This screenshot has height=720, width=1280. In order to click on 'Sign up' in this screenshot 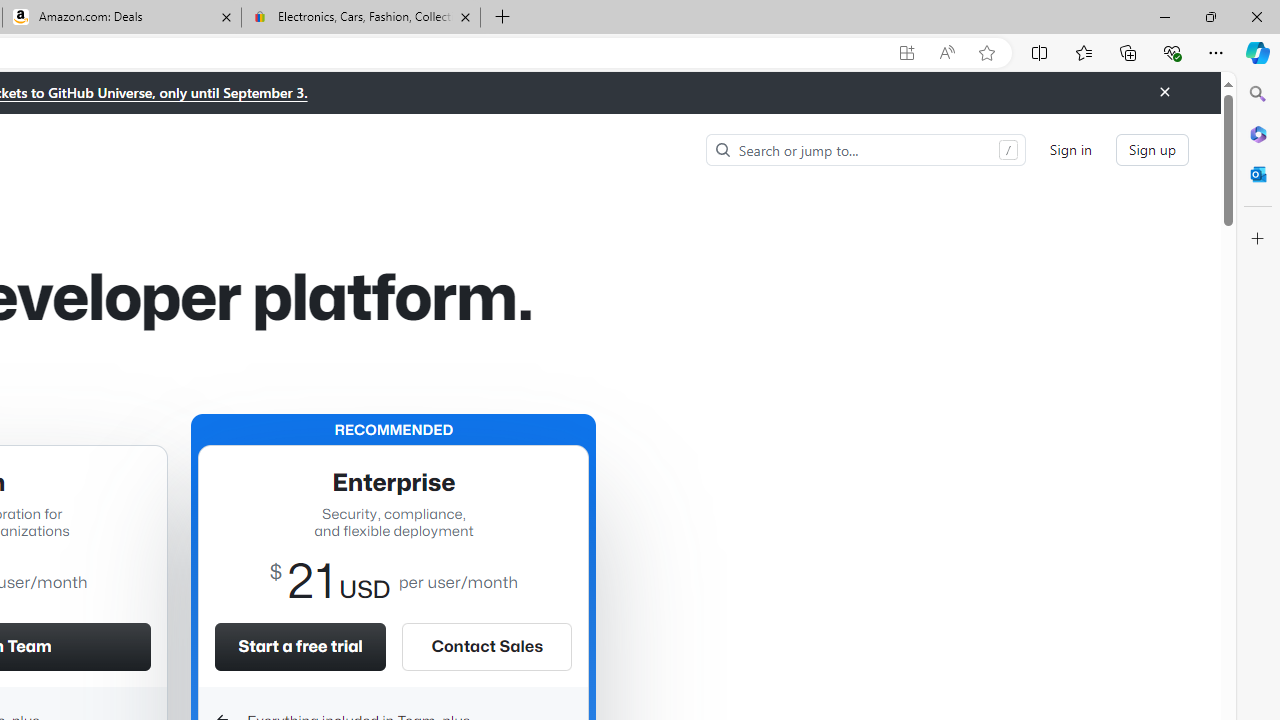, I will do `click(1152, 148)`.